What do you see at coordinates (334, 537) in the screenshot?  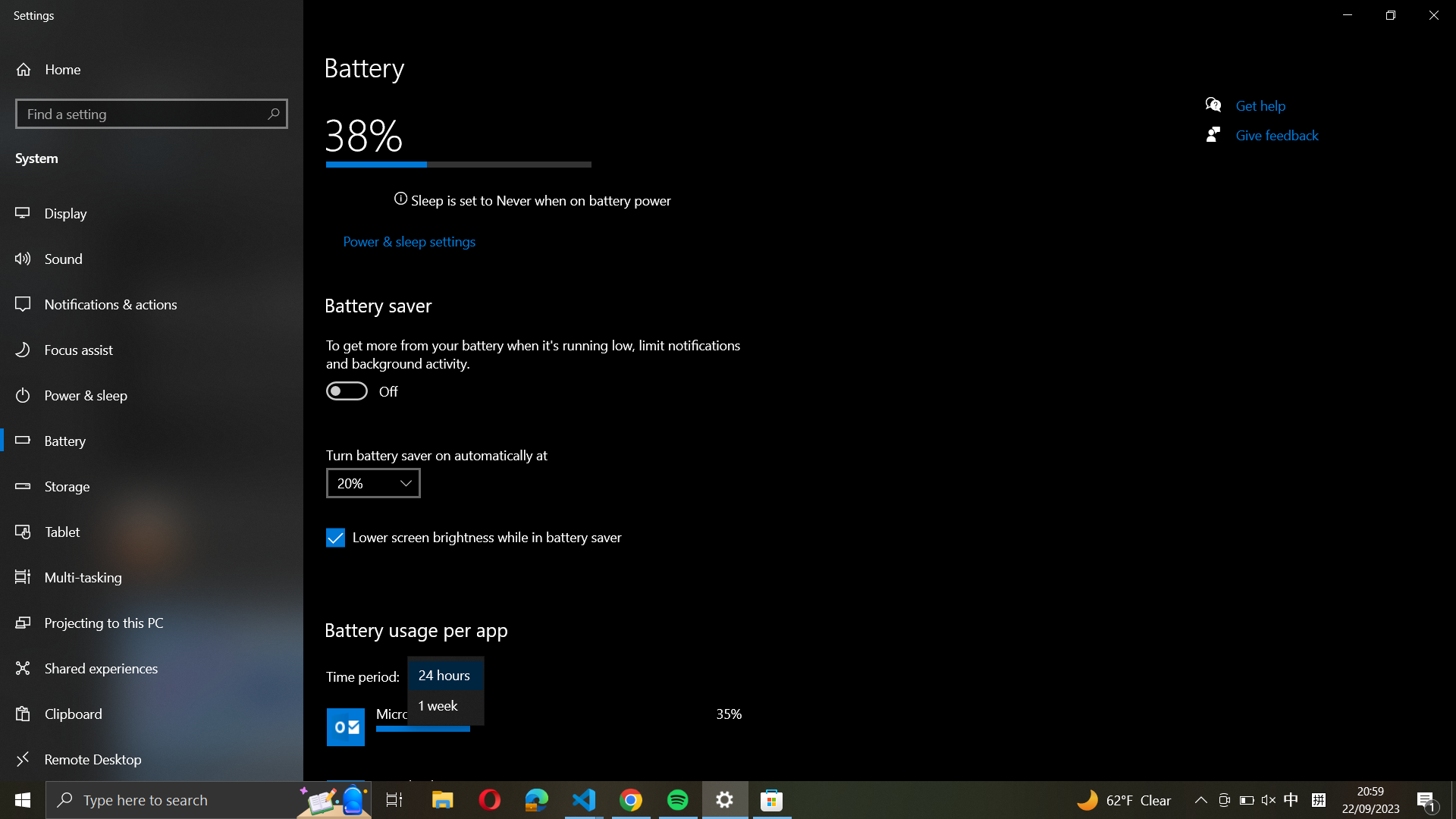 I see `Turn off the auto-lower brightness function when on battery saver` at bounding box center [334, 537].